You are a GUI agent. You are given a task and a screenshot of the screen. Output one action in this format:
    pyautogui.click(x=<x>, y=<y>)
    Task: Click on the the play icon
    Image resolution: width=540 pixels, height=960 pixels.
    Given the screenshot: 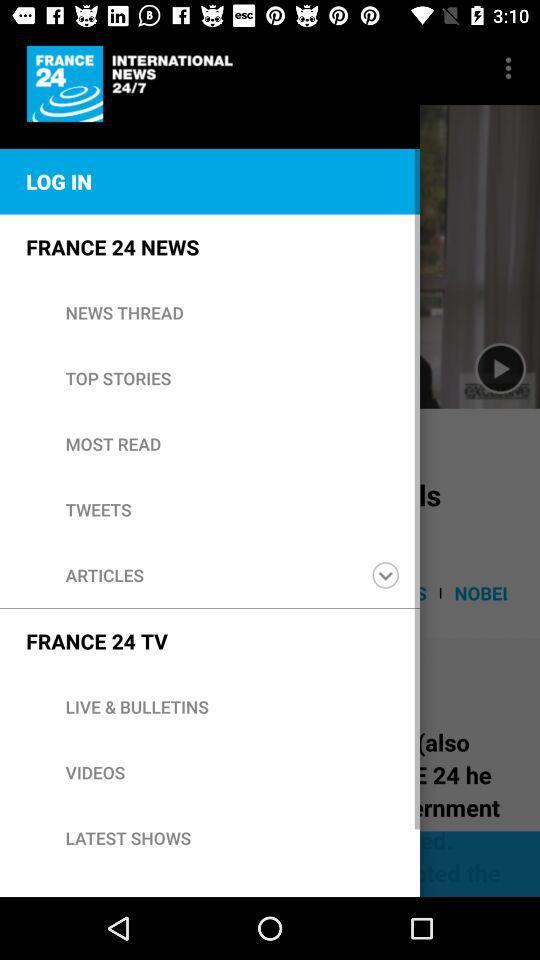 What is the action you would take?
    pyautogui.click(x=499, y=368)
    